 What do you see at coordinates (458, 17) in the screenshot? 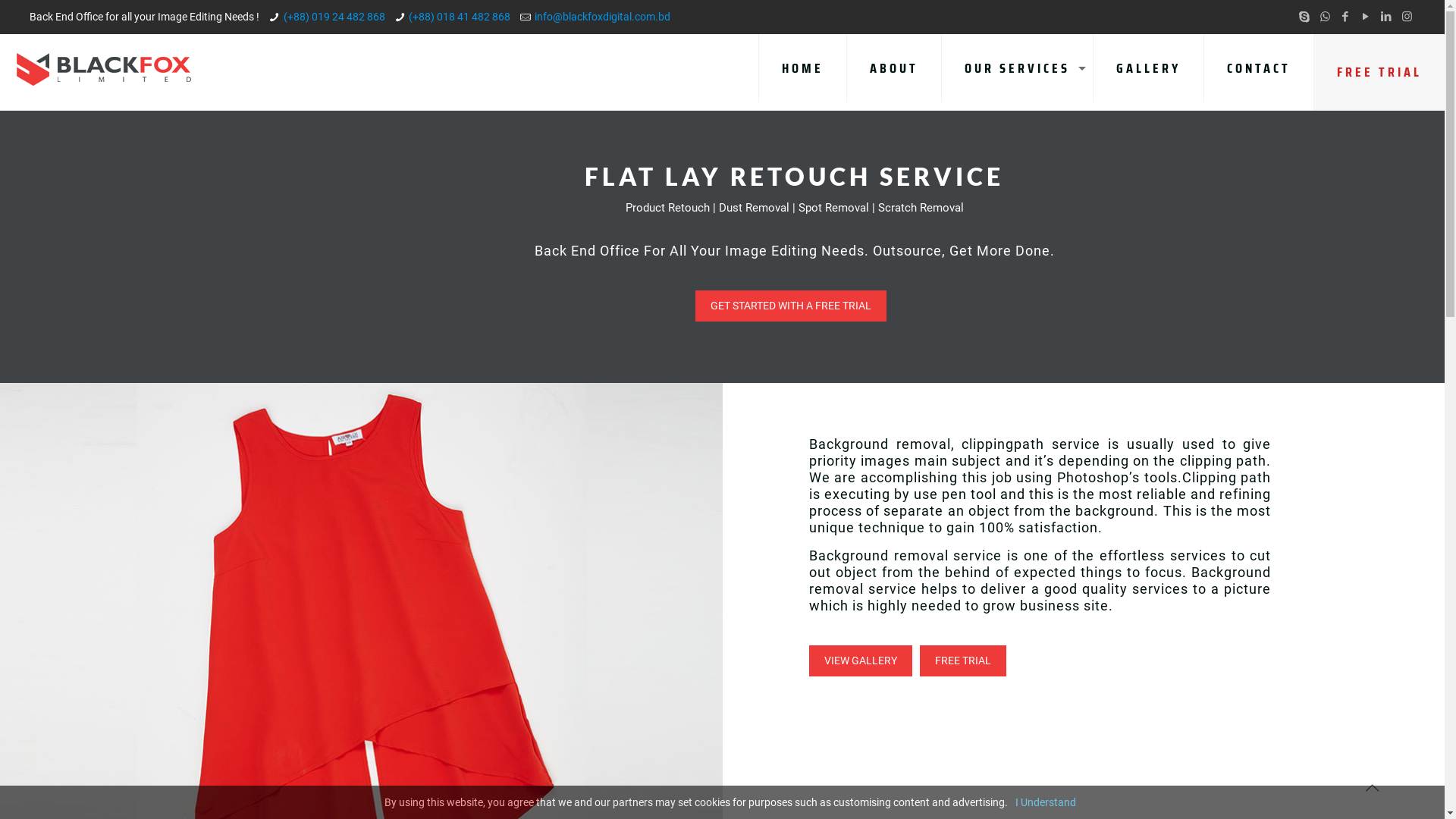
I see `'(+88) 018 41 482 868'` at bounding box center [458, 17].